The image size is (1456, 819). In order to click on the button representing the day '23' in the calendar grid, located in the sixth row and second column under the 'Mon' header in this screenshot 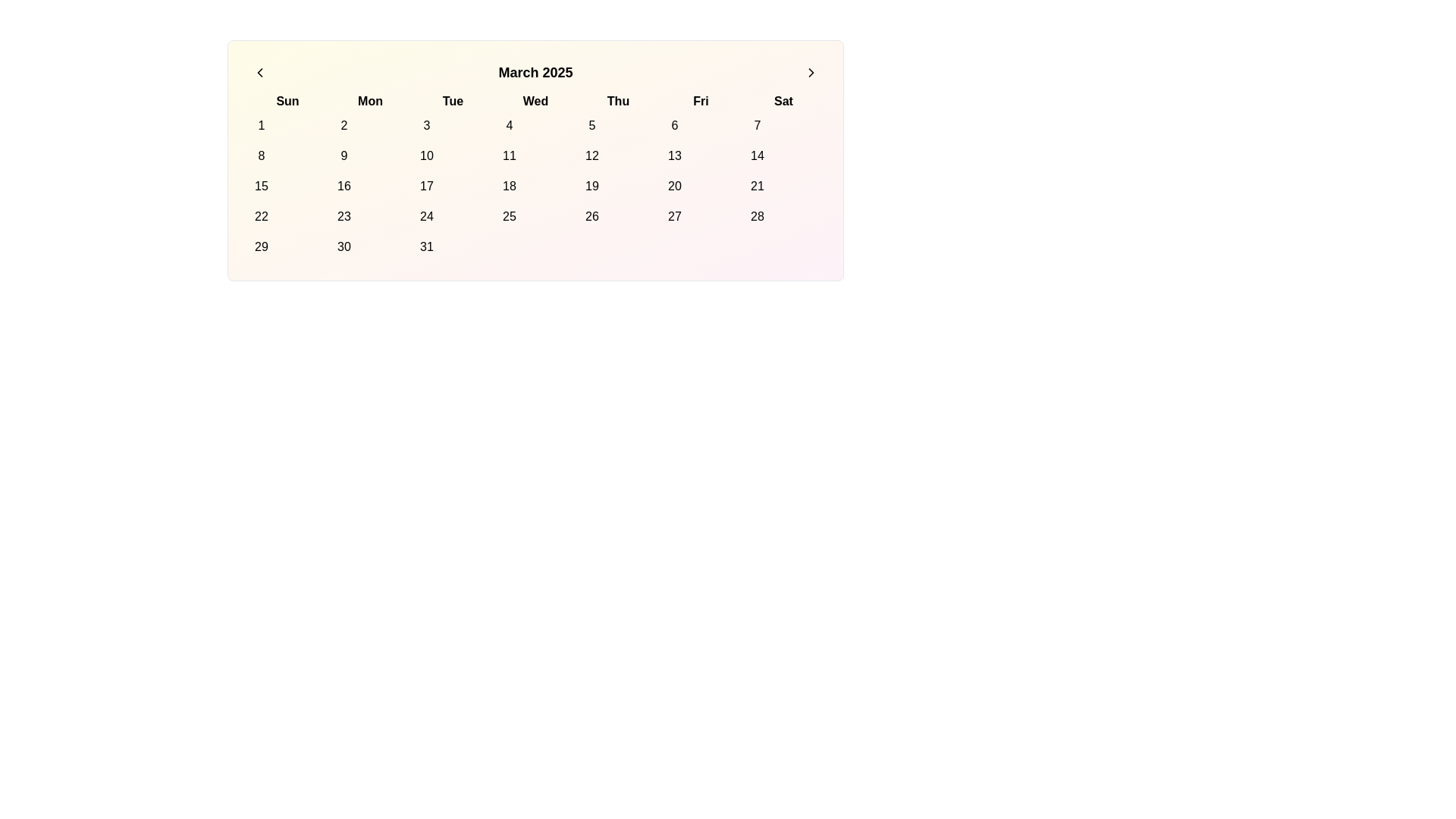, I will do `click(344, 216)`.